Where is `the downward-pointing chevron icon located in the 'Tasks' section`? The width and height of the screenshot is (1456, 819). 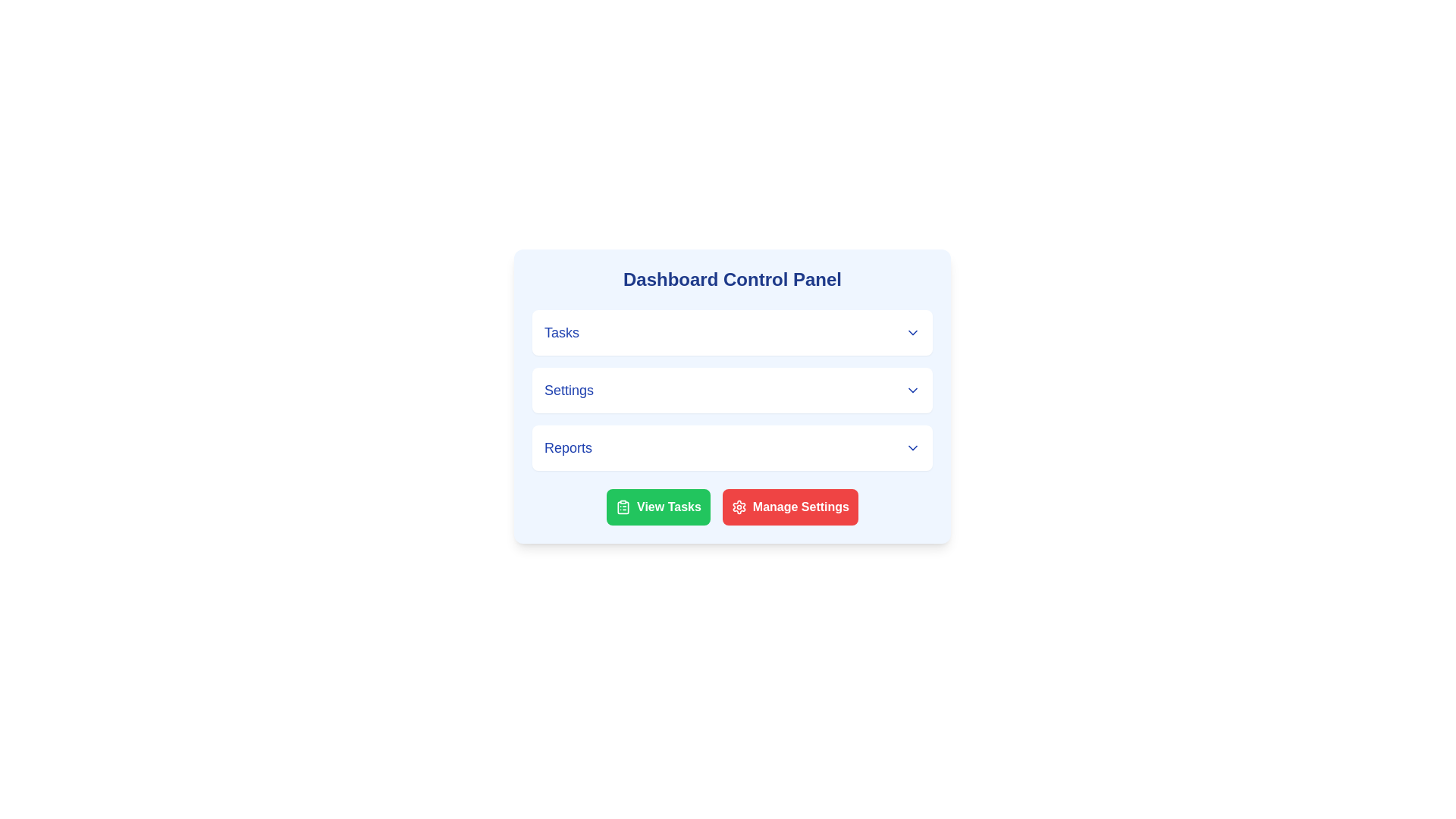 the downward-pointing chevron icon located in the 'Tasks' section is located at coordinates (912, 332).